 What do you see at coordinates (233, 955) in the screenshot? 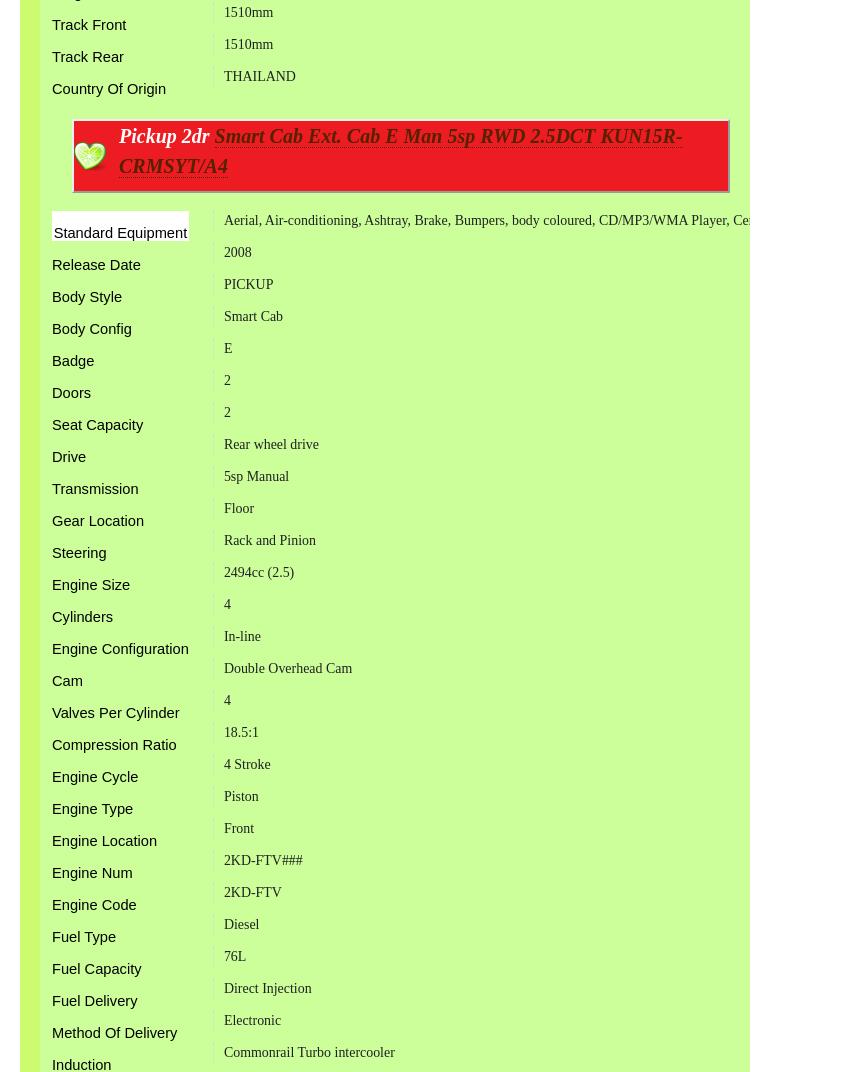
I see `'76L'` at bounding box center [233, 955].